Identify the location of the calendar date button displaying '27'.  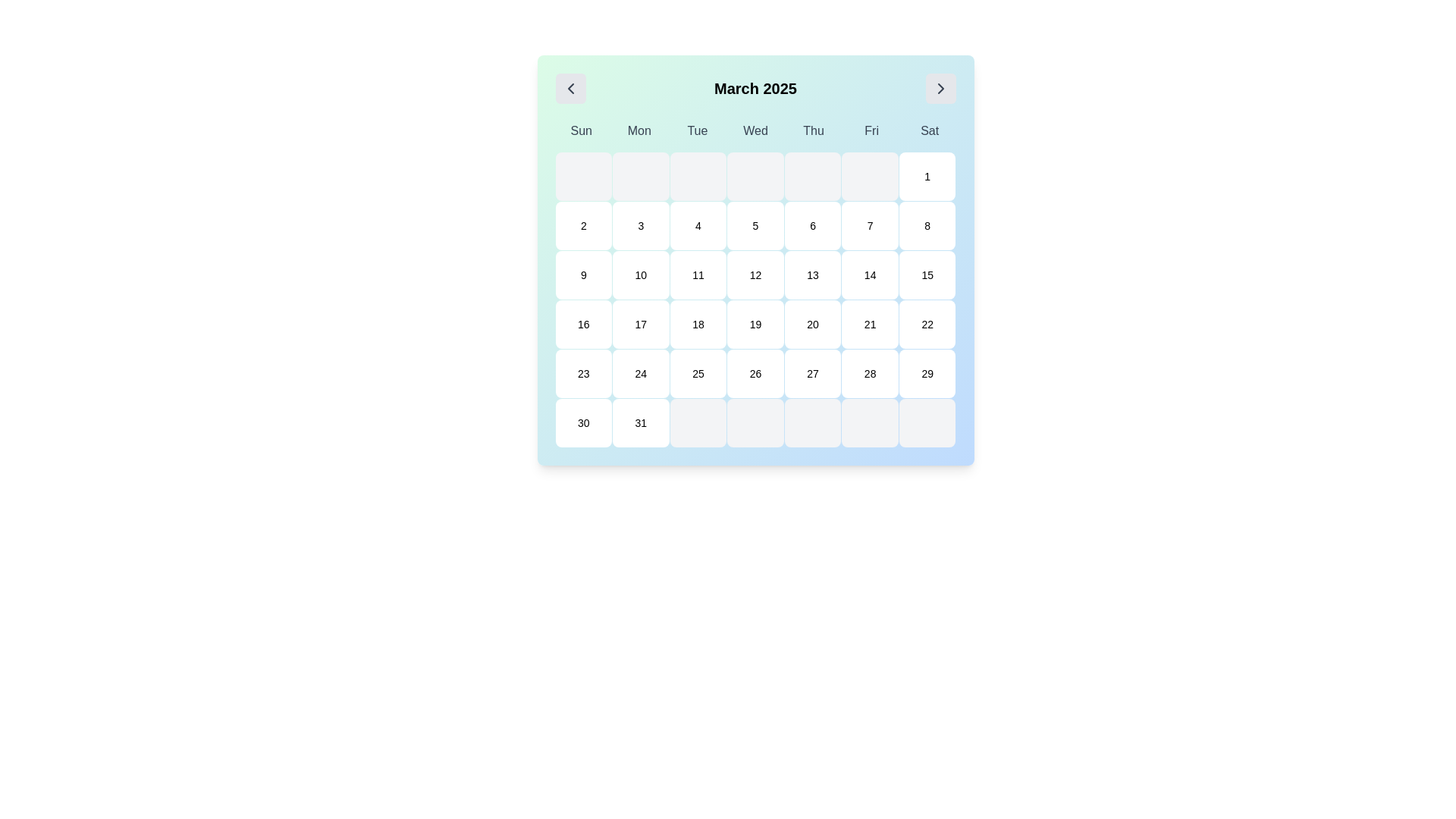
(812, 374).